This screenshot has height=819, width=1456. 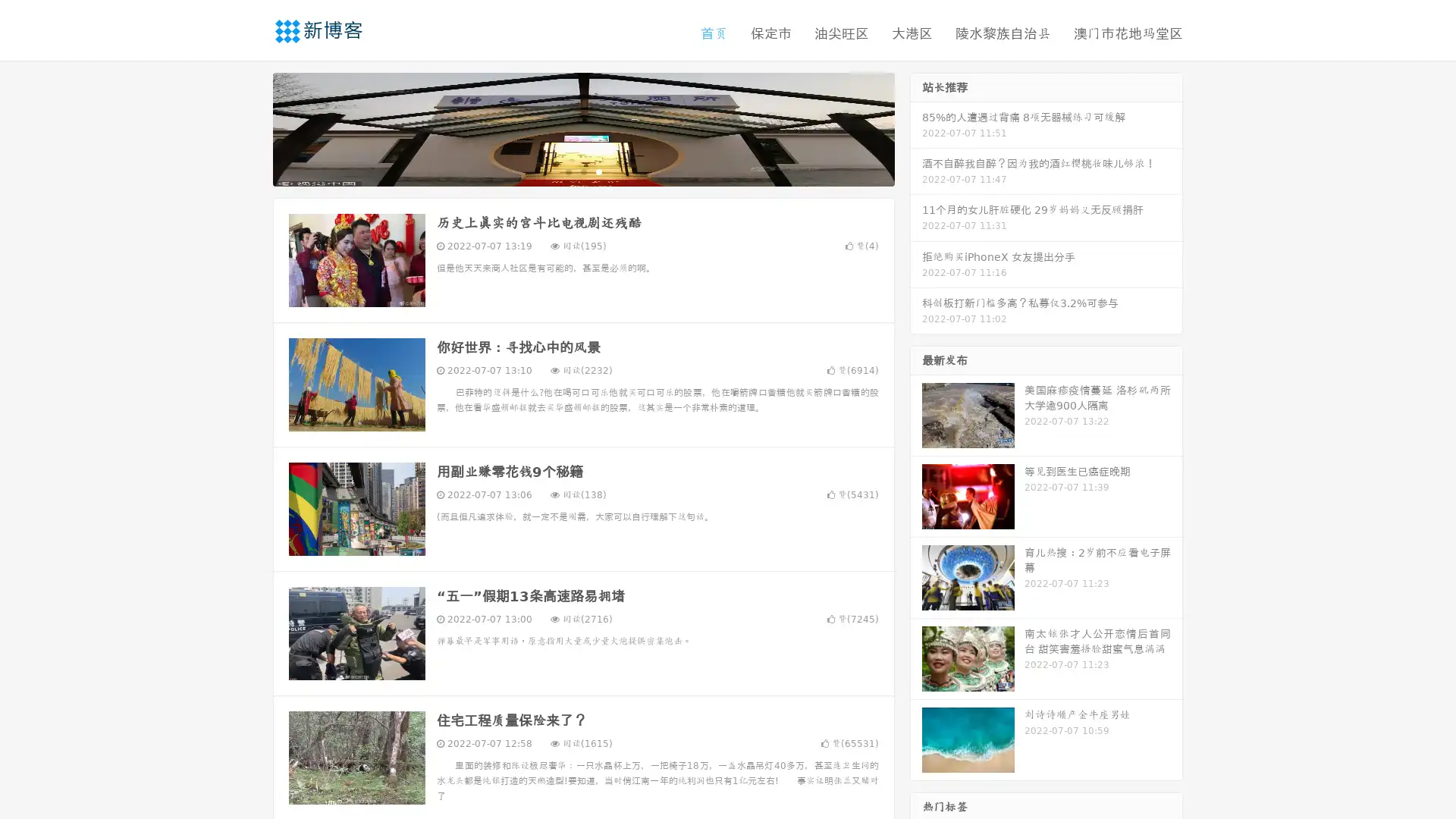 I want to click on Go to slide 1, so click(x=567, y=171).